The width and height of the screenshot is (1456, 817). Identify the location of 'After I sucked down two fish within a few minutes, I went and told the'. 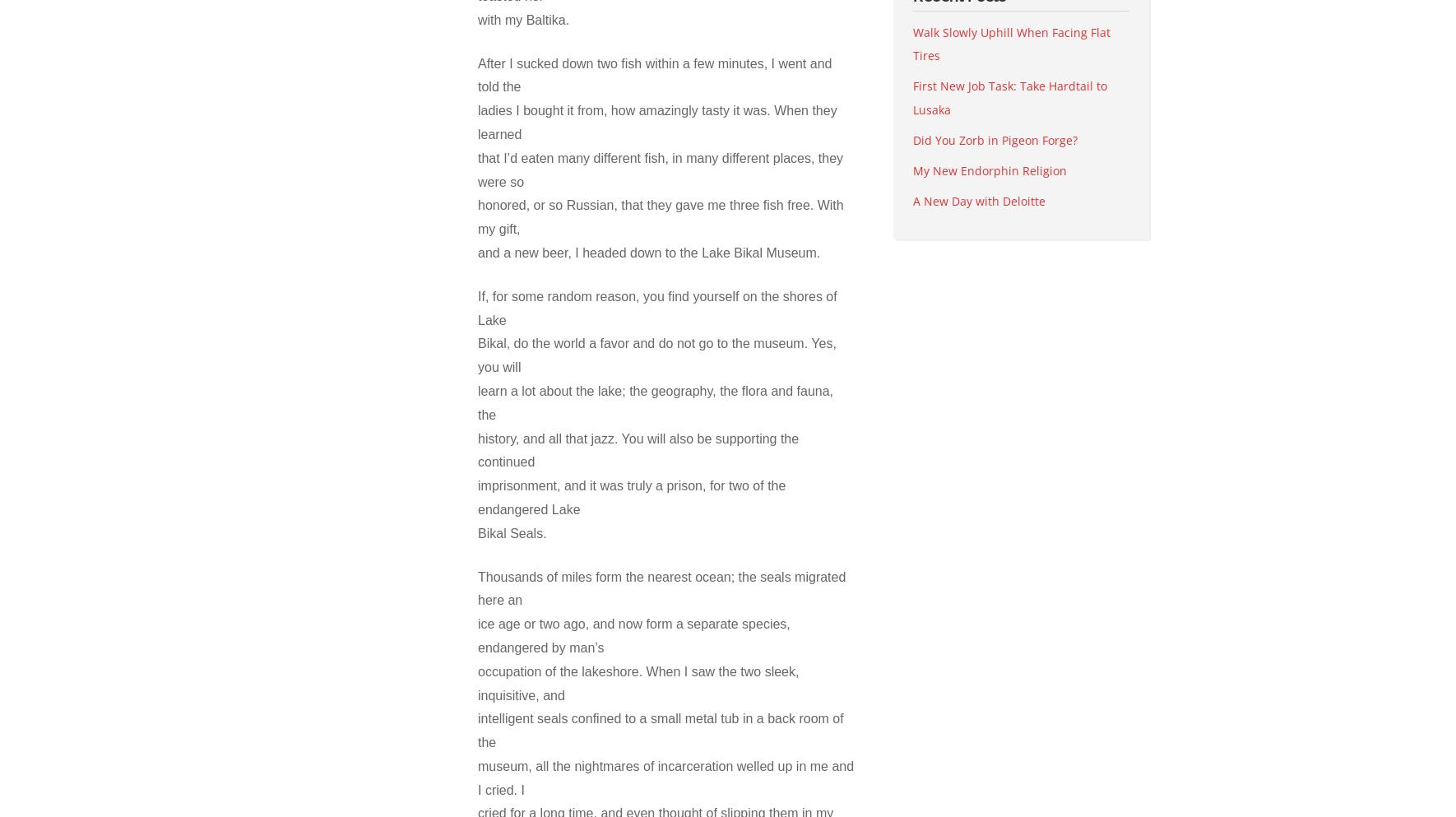
(654, 73).